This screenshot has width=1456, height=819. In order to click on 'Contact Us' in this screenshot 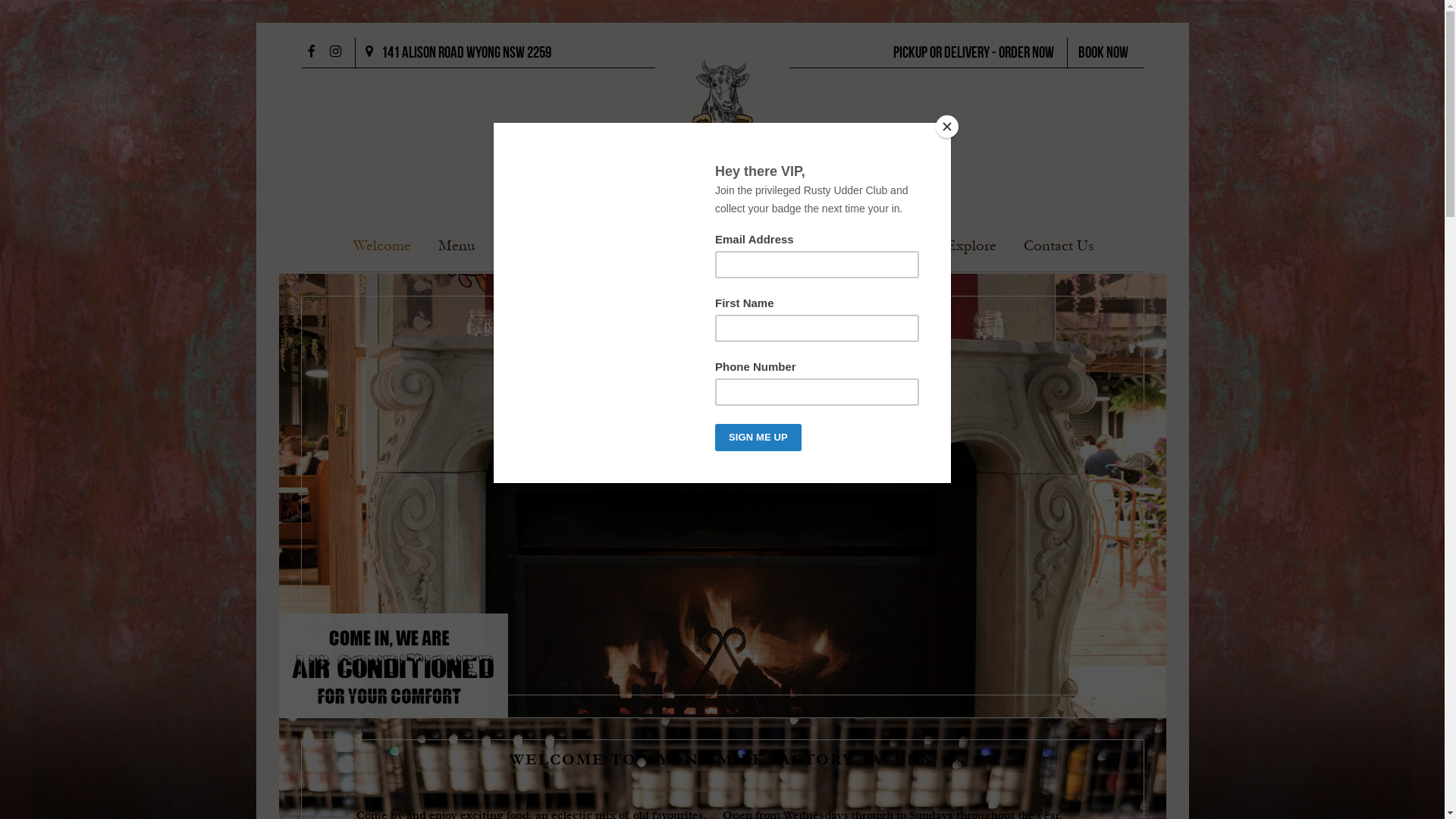, I will do `click(1058, 246)`.